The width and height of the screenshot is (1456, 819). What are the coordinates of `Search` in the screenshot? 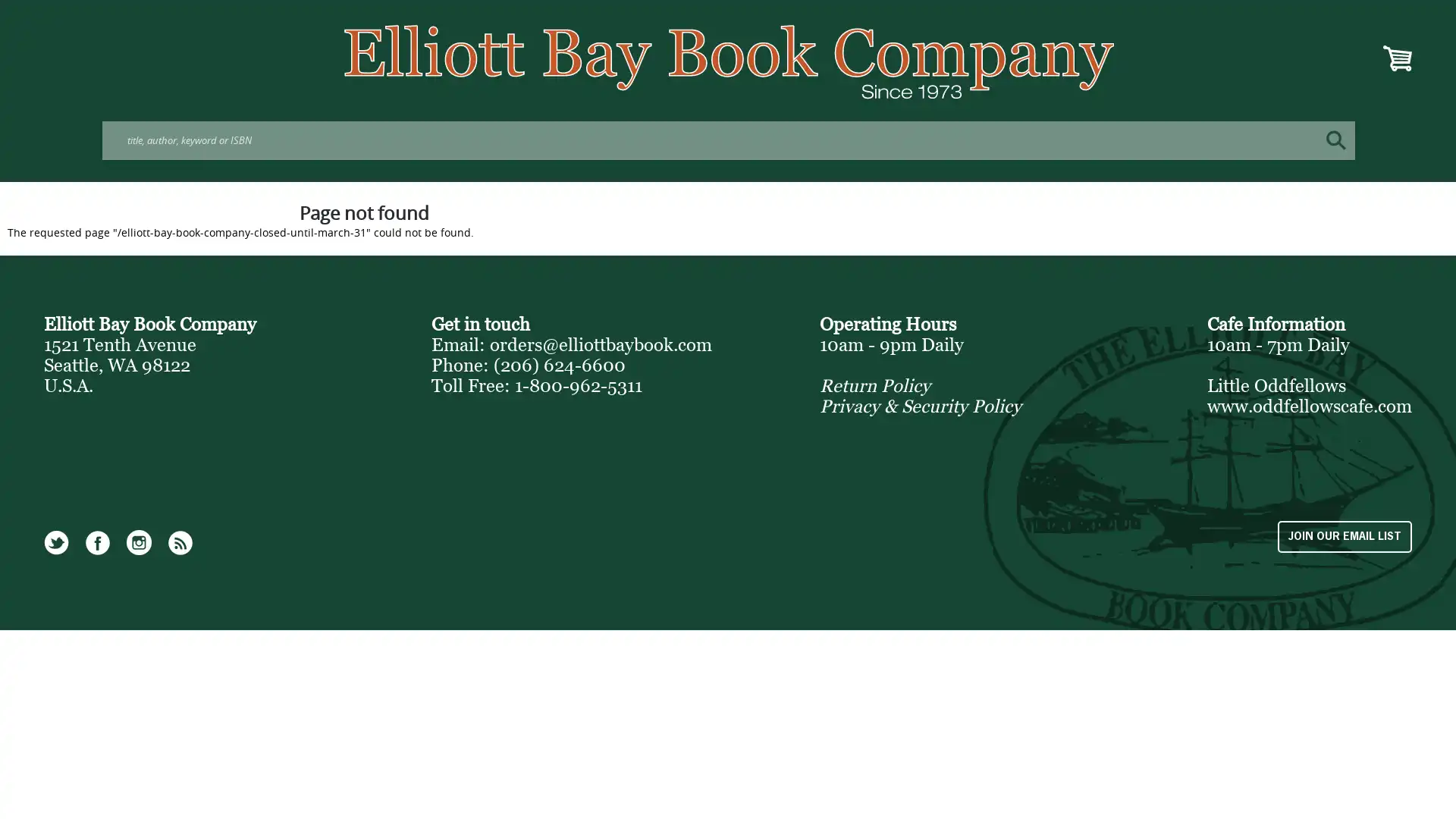 It's located at (1338, 140).